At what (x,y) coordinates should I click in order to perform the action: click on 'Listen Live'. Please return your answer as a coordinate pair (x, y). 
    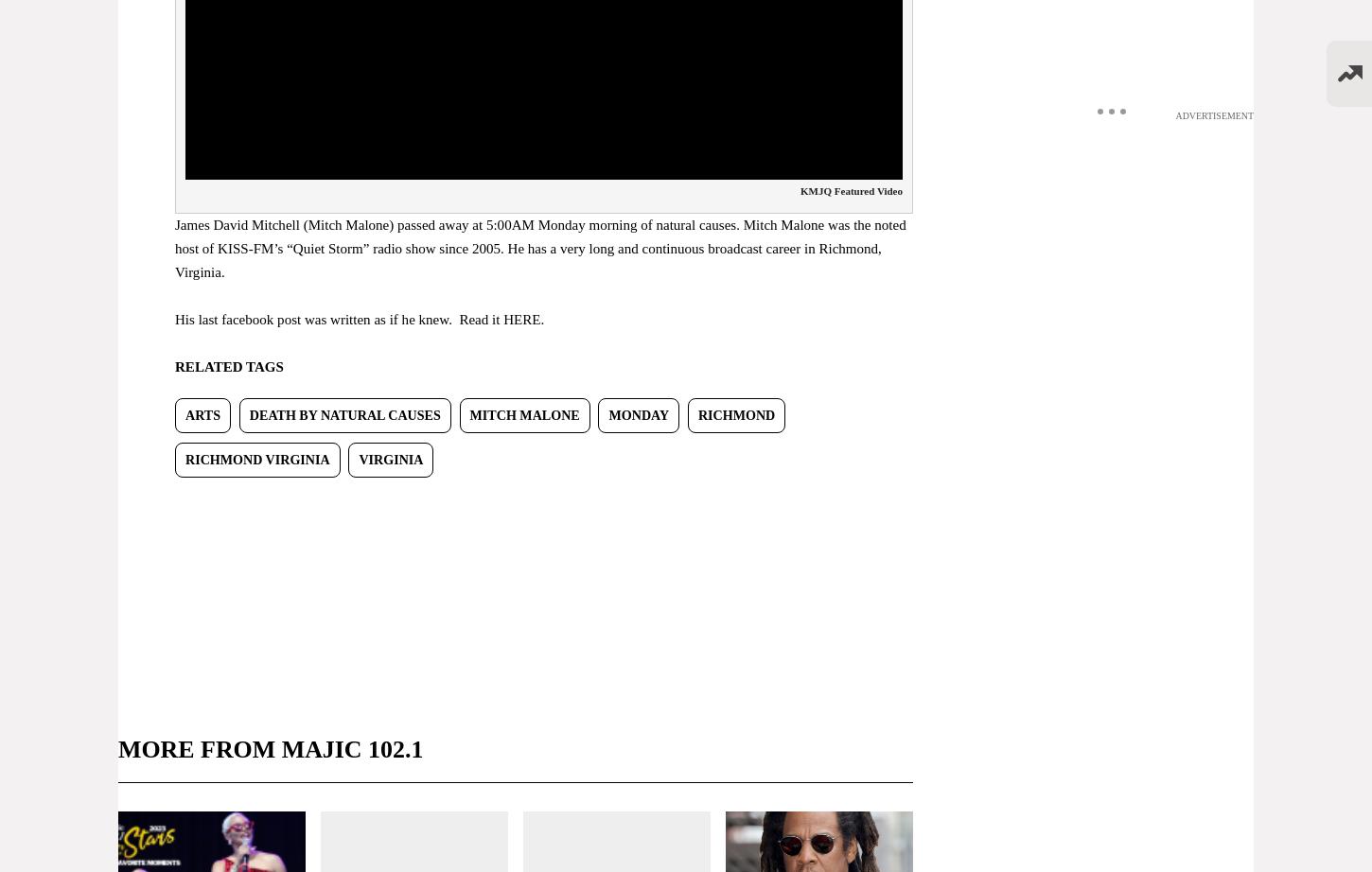
    Looking at the image, I should click on (1347, 132).